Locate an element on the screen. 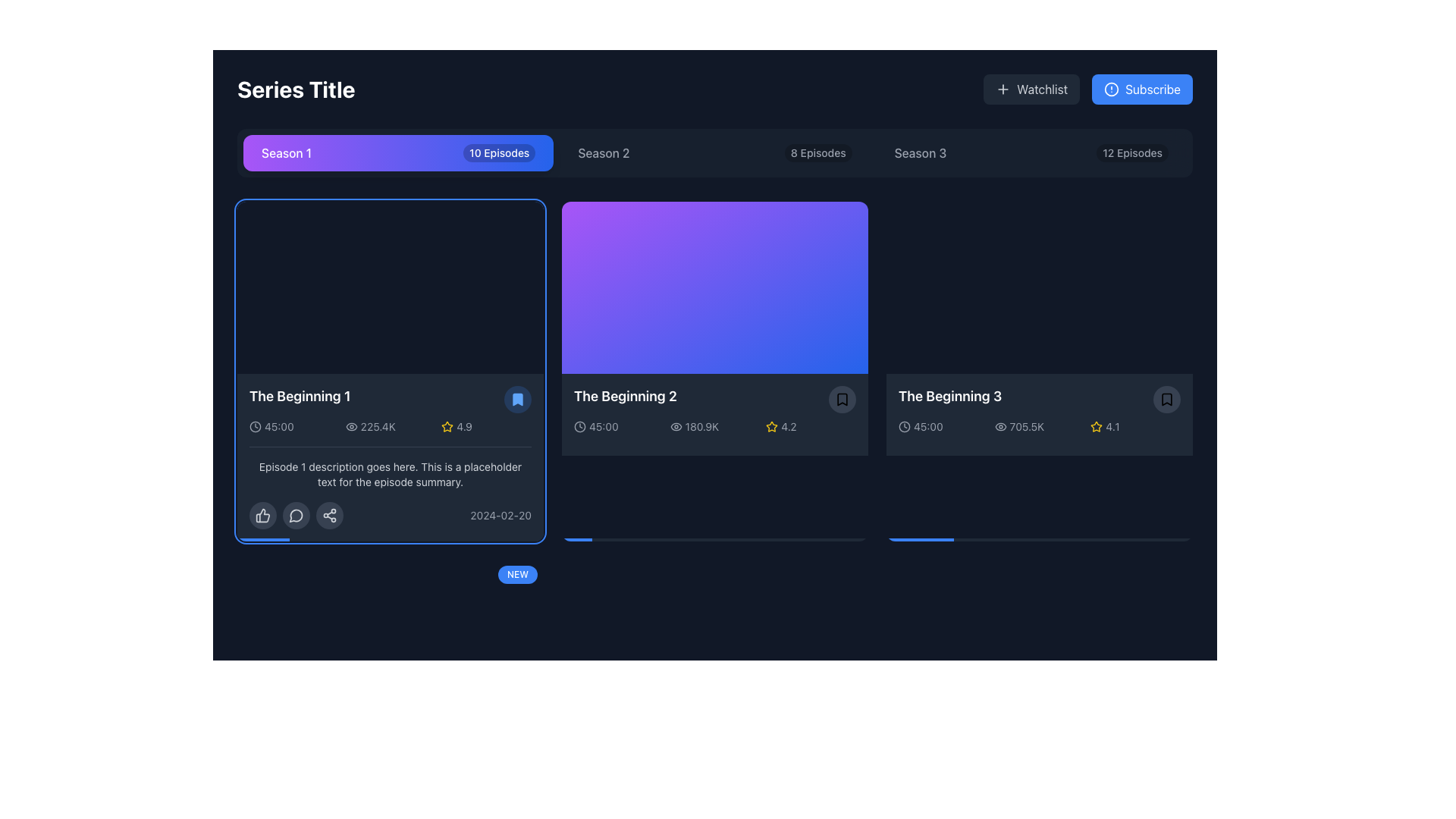 The height and width of the screenshot is (819, 1456). the star icon representing the rating system in the 'The Beginning 3' card, which signifies the quality or popularity of the item is located at coordinates (1097, 427).